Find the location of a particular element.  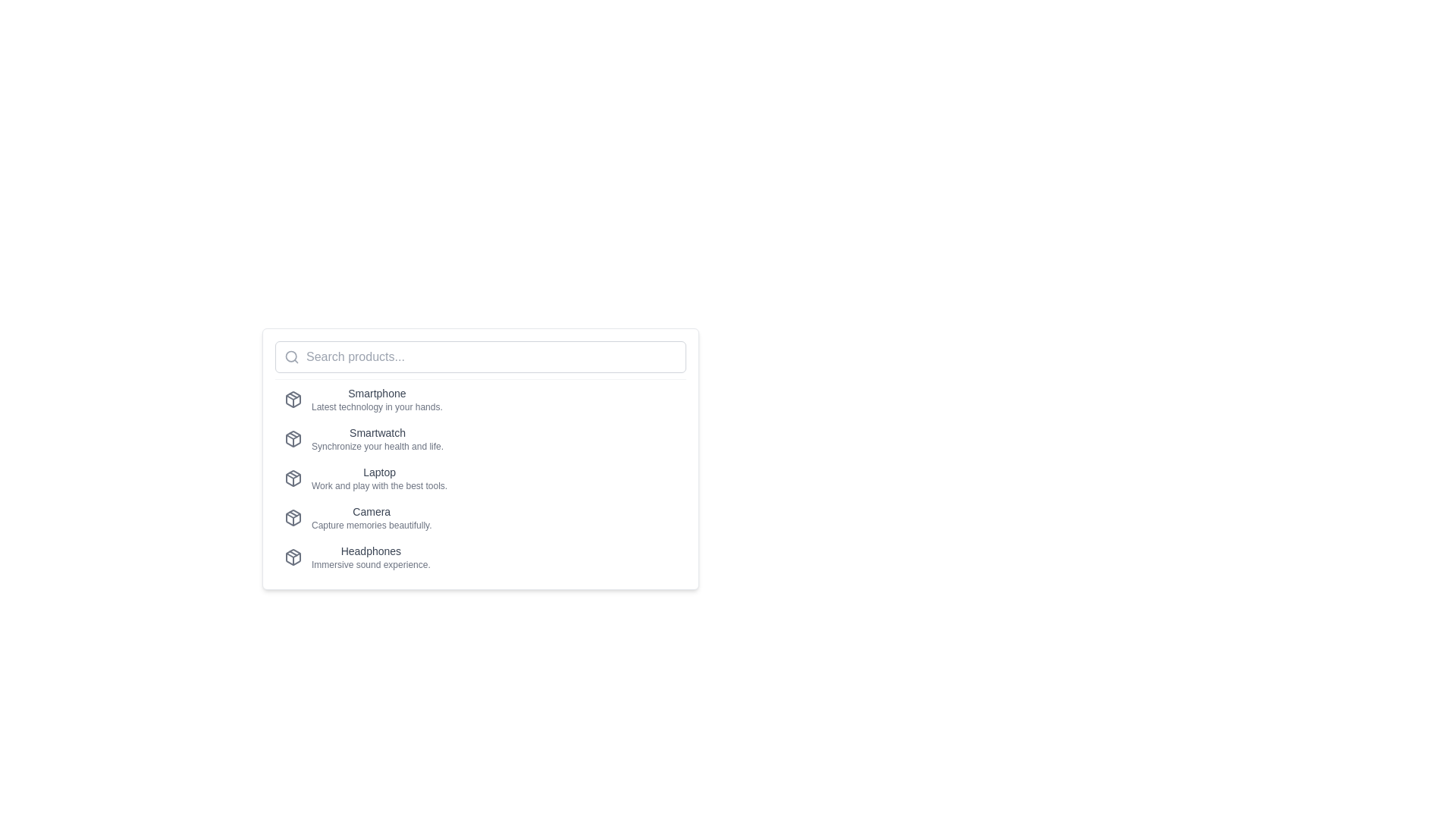

the small circular element styled as part of a search icon, which is the lens of a magnifying glass within an SVG graphic located at the top-left corner of the search bar component is located at coordinates (291, 356).